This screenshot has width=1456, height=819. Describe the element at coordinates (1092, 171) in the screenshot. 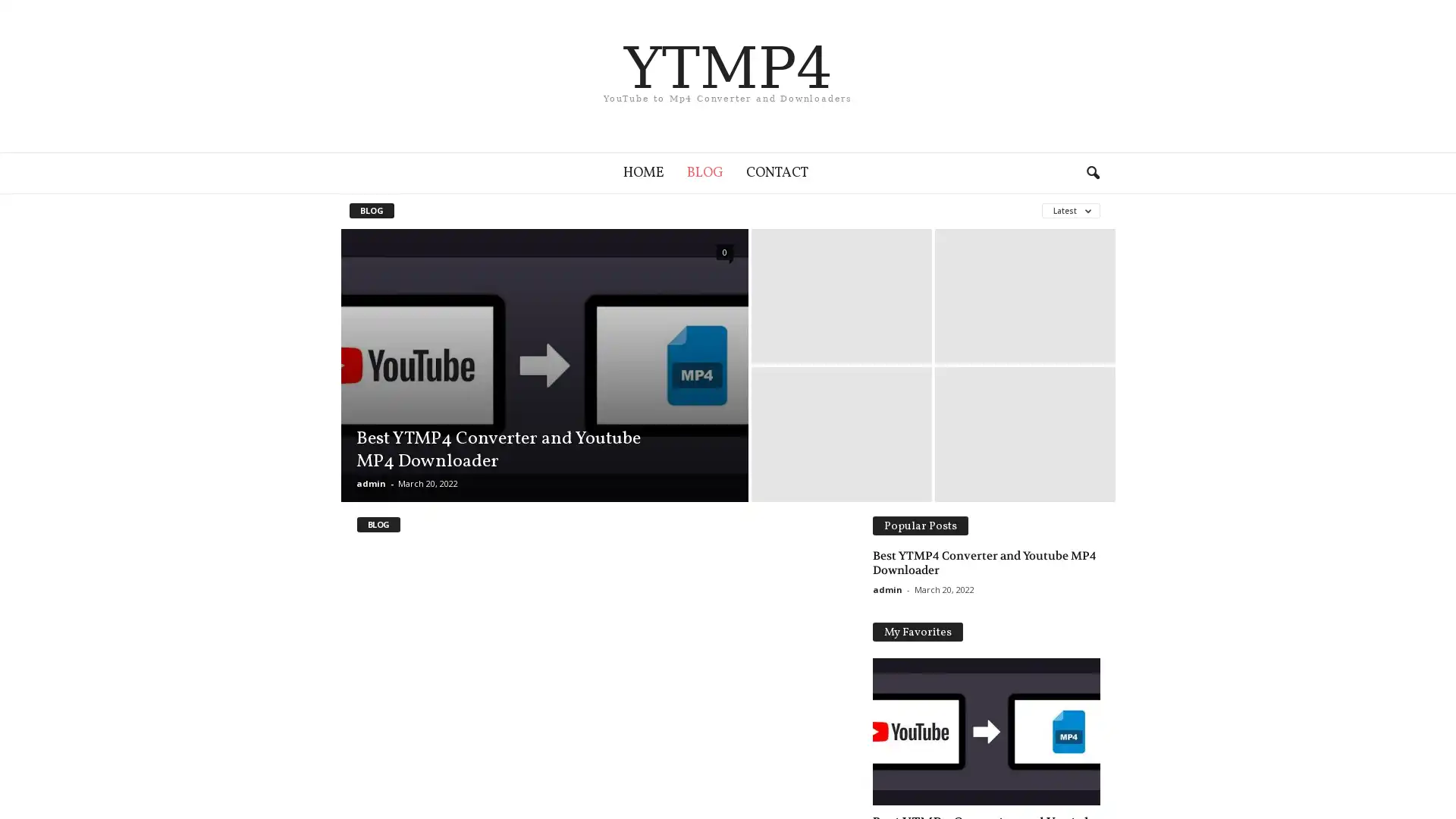

I see `search icon` at that location.